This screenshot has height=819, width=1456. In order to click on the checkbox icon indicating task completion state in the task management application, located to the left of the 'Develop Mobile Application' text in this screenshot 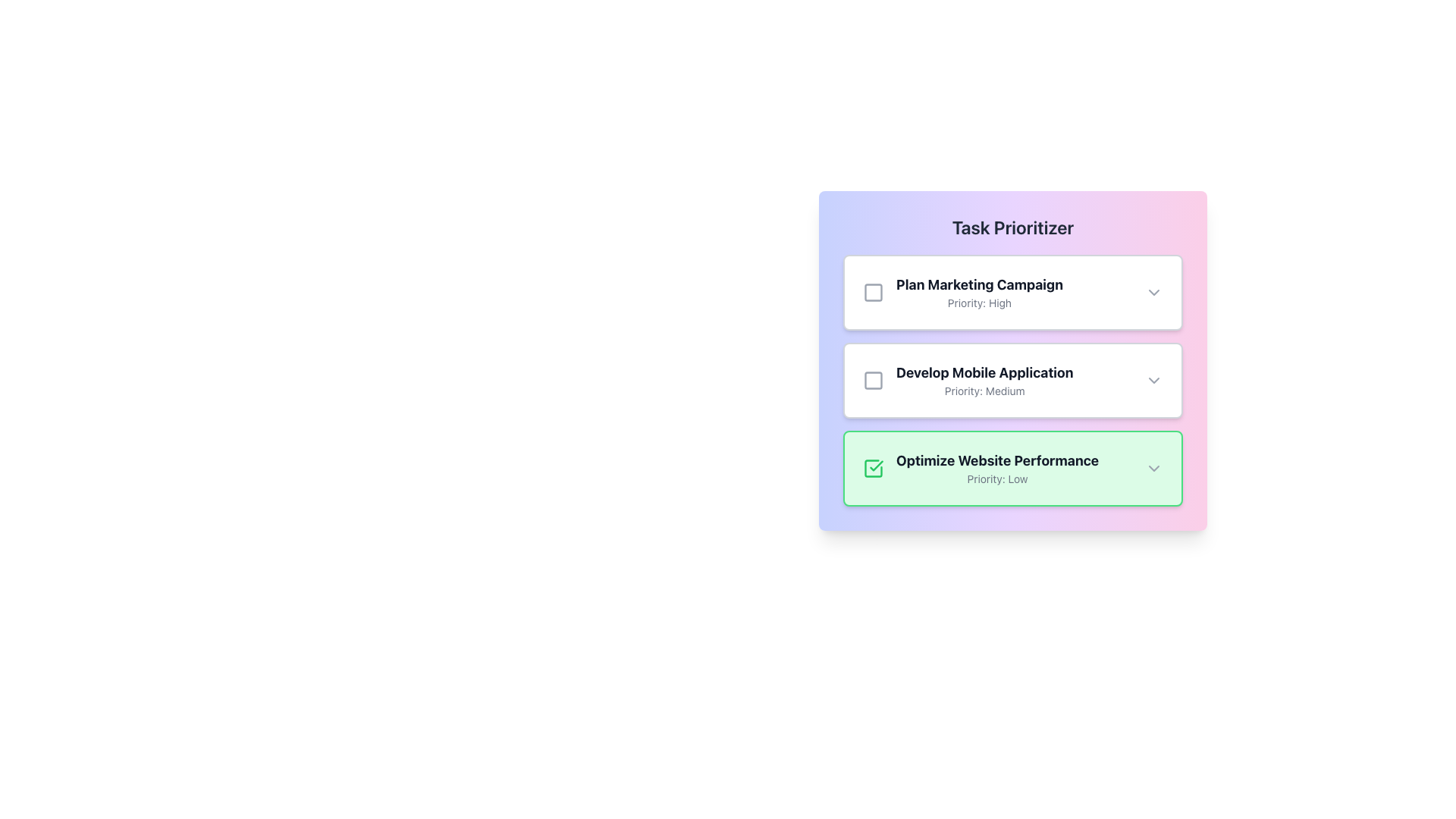, I will do `click(874, 379)`.